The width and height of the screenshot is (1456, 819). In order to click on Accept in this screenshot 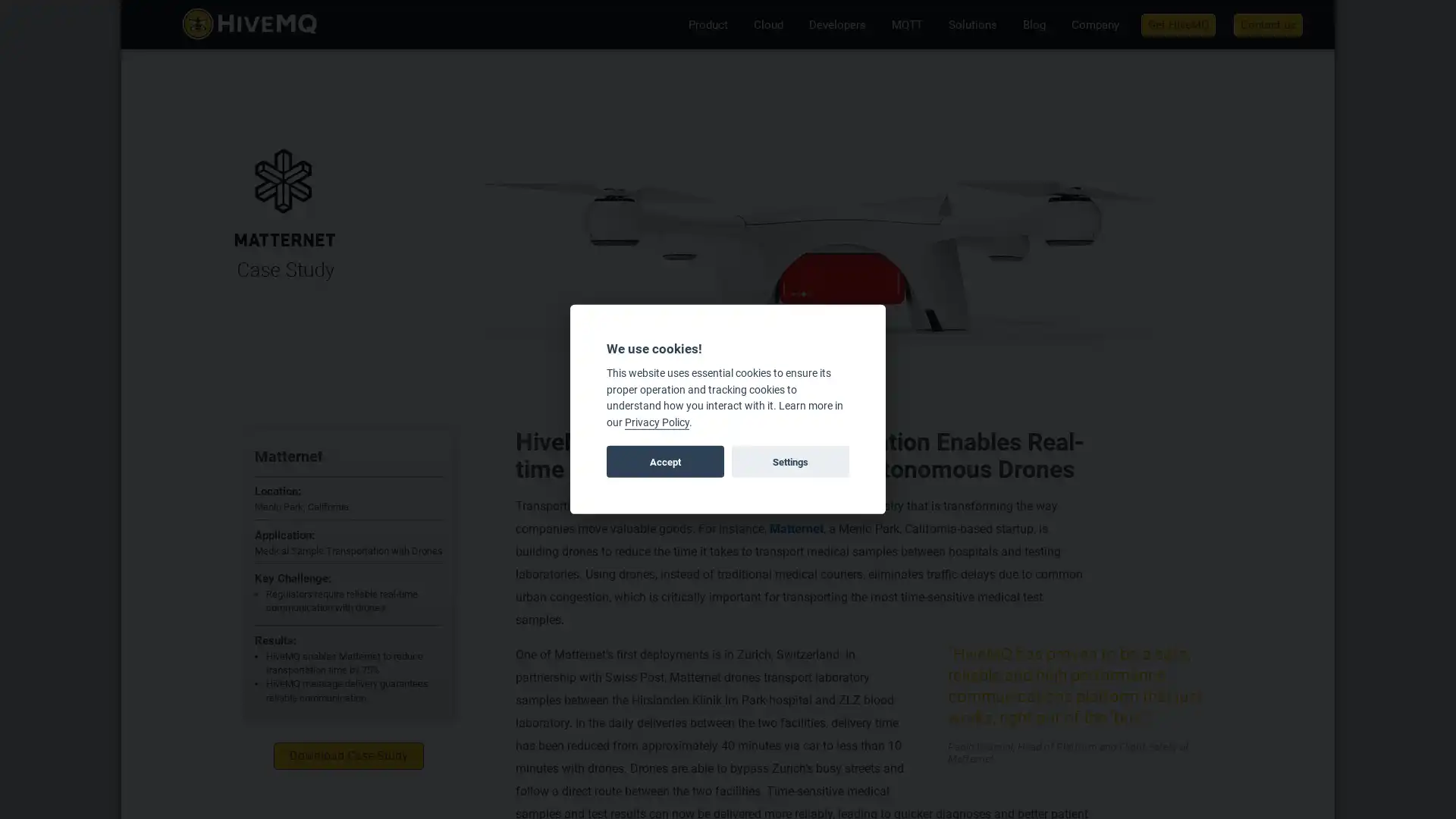, I will do `click(665, 461)`.